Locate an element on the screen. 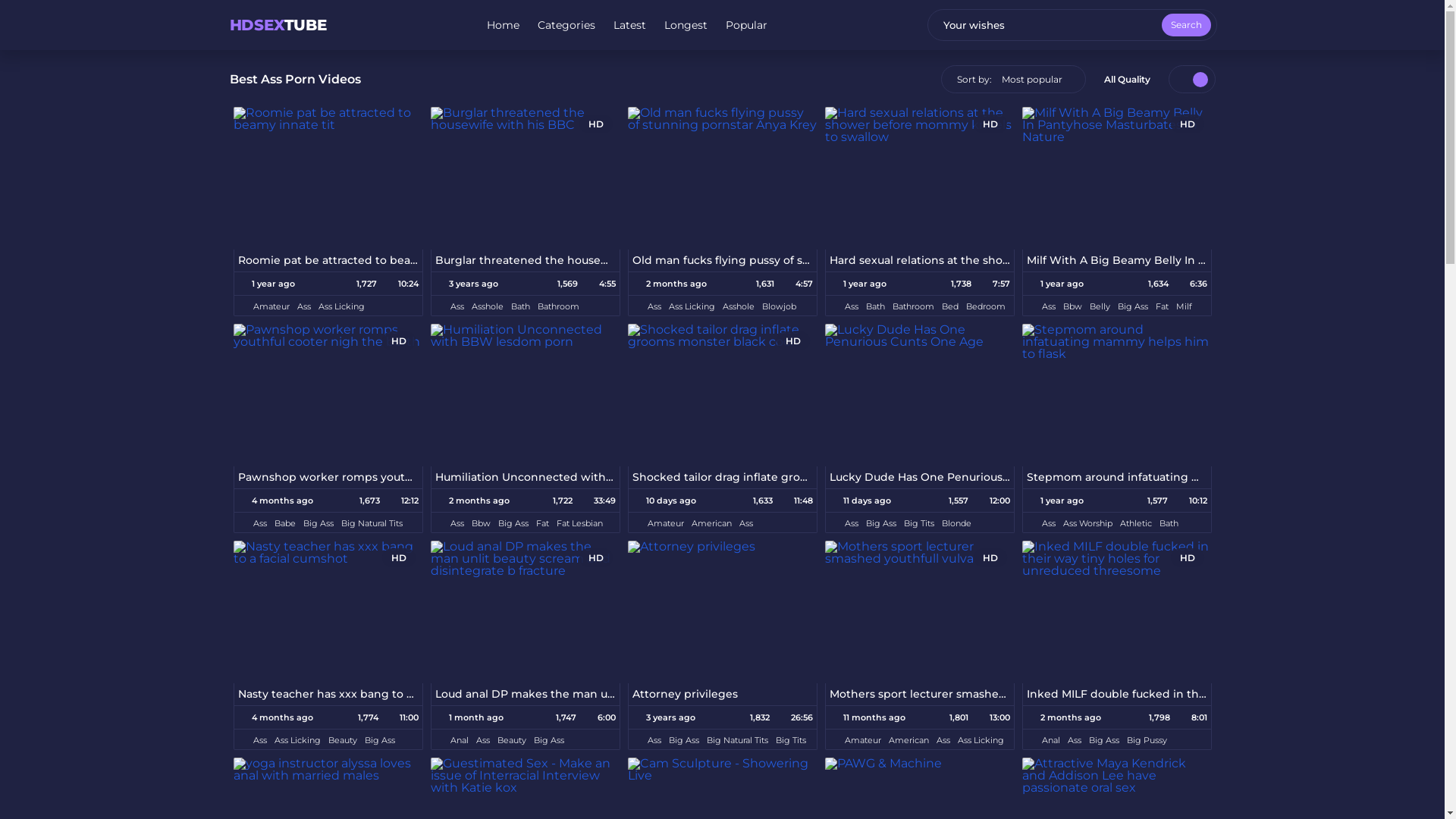 This screenshot has width=1456, height=819. 'Babe' is located at coordinates (284, 522).